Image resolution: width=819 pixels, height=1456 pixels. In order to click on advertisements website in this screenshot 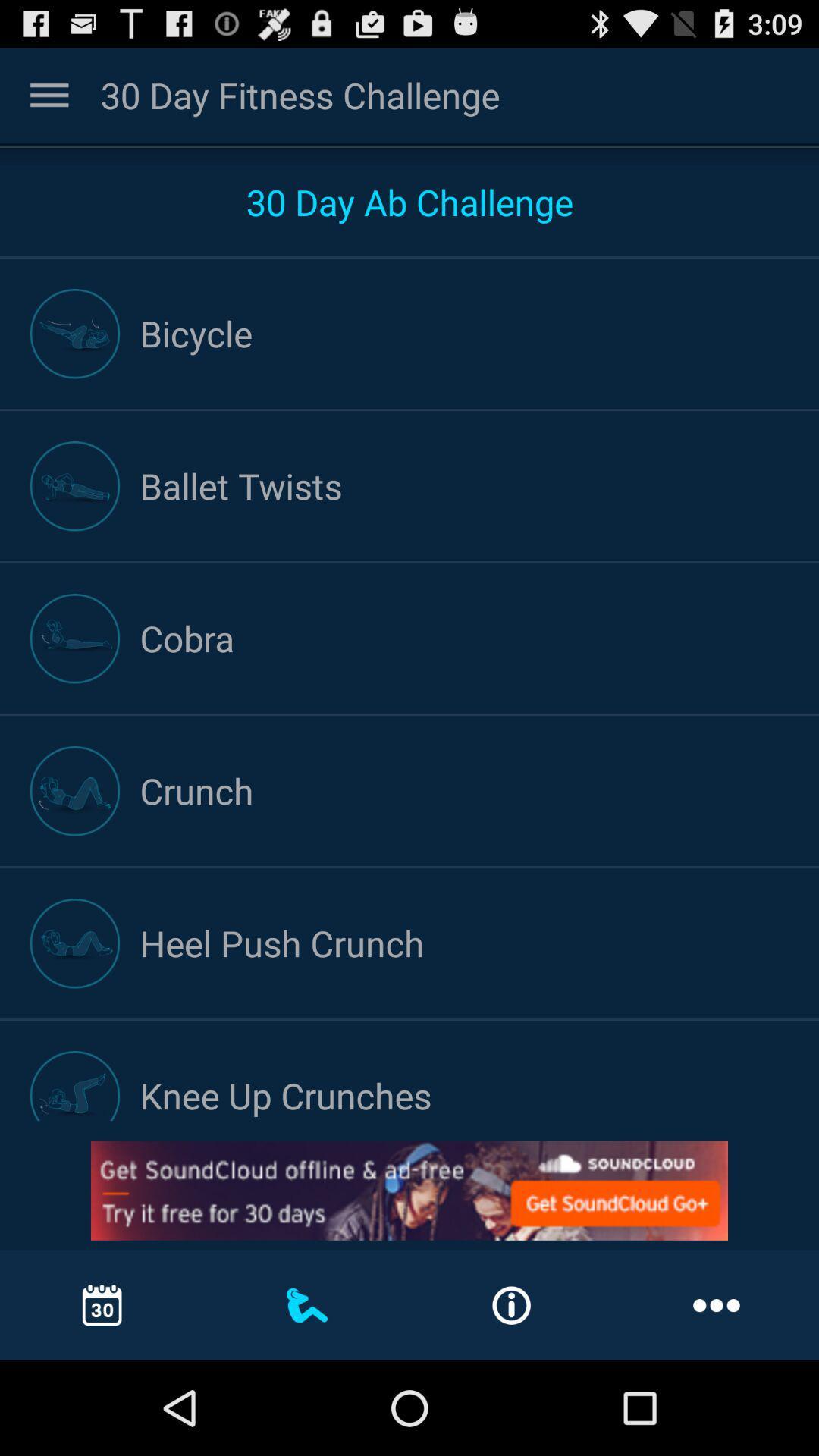, I will do `click(409, 1190)`.